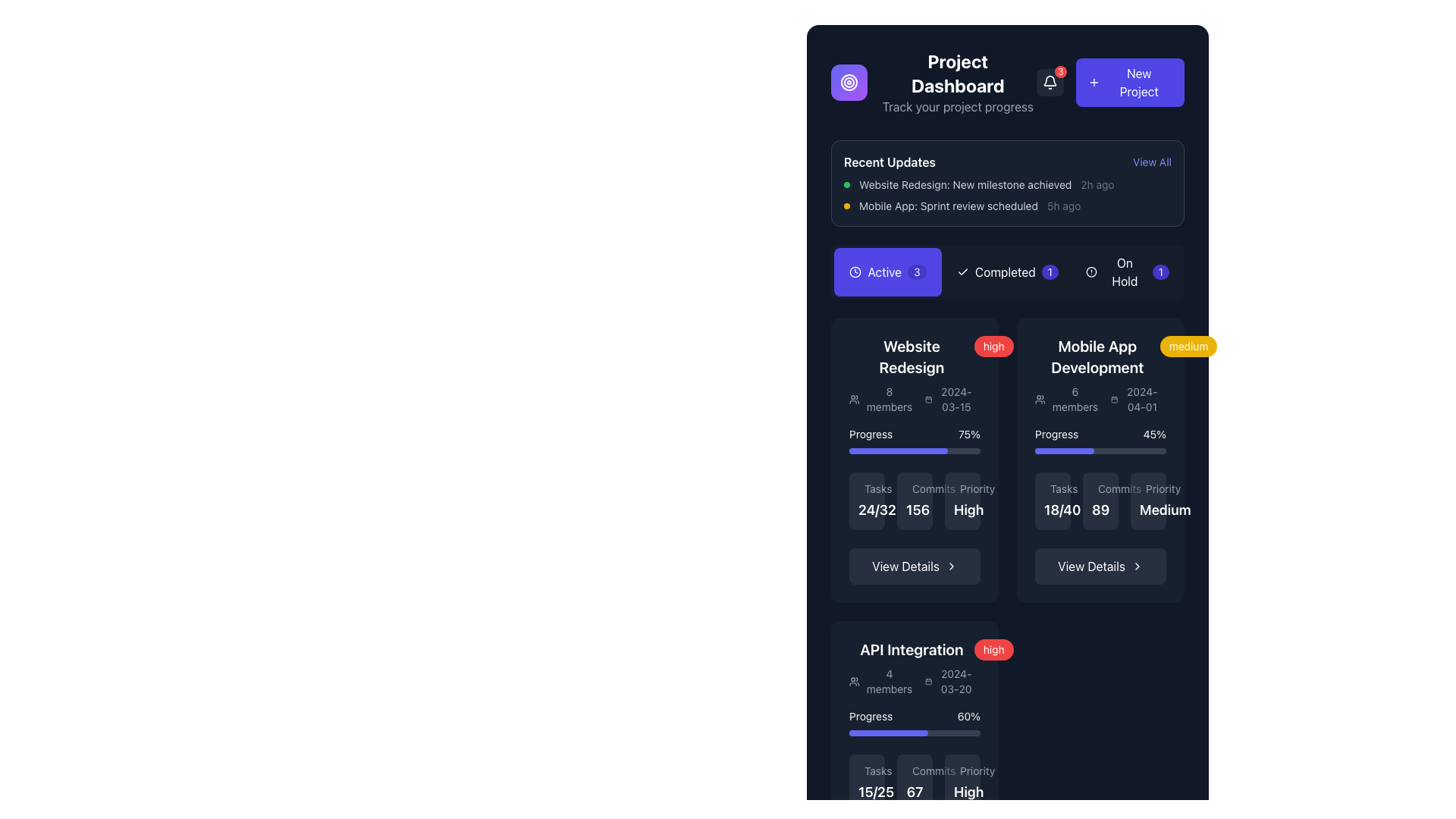 The height and width of the screenshot is (819, 1456). Describe the element at coordinates (1148, 488) in the screenshot. I see `the 'Priority' label element, which displays the text in a small gray font at the bottom center of the 'Mobile App Development' card, positioned directly above the priority level text` at that location.